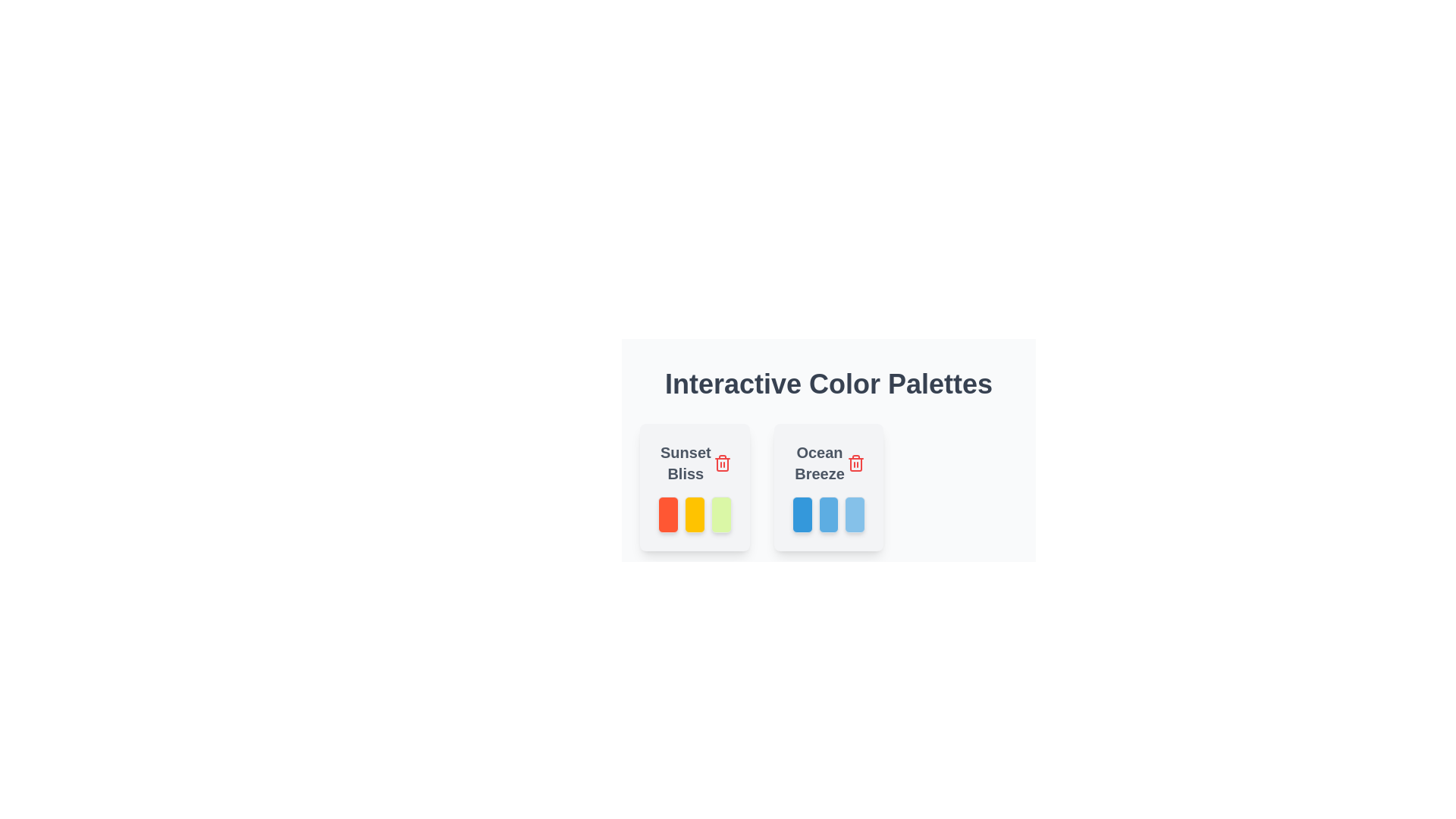 Image resolution: width=1456 pixels, height=819 pixels. What do you see at coordinates (828, 513) in the screenshot?
I see `the middle square of the 'Ocean Breeze' color palette, which represents a light blue shade, located in the second row of the 'Interactive Color Palettes' section` at bounding box center [828, 513].